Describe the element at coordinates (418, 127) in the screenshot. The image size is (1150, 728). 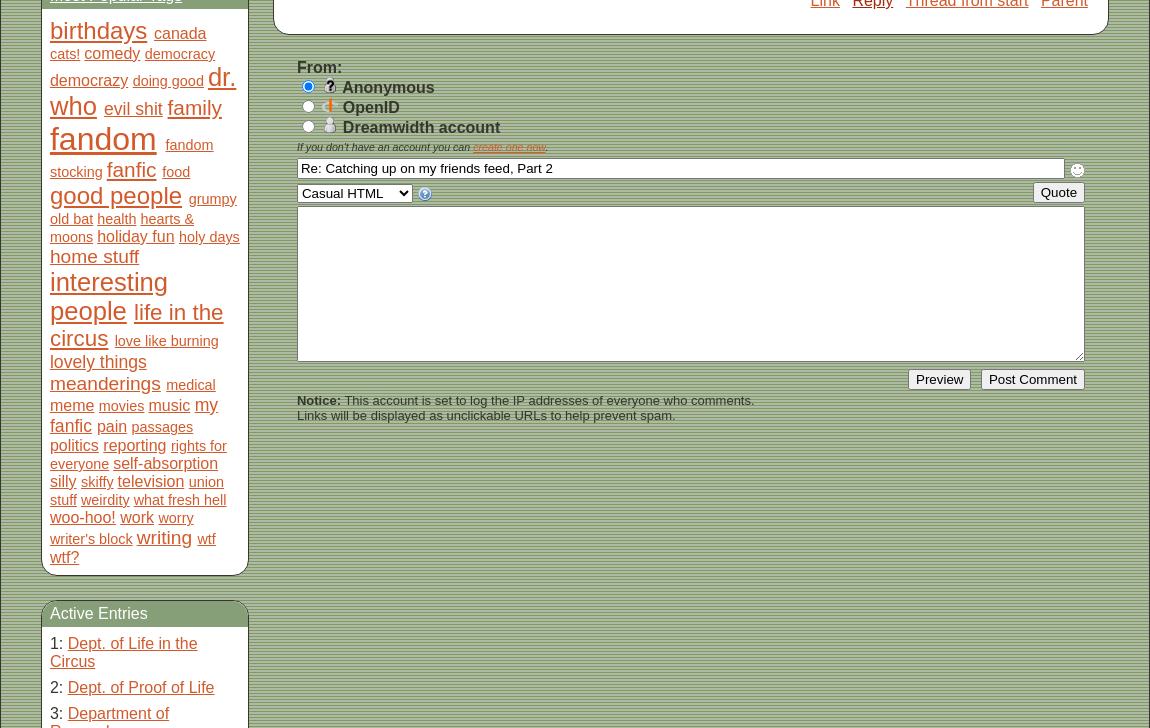
I see `'Dreamwidth account'` at that location.